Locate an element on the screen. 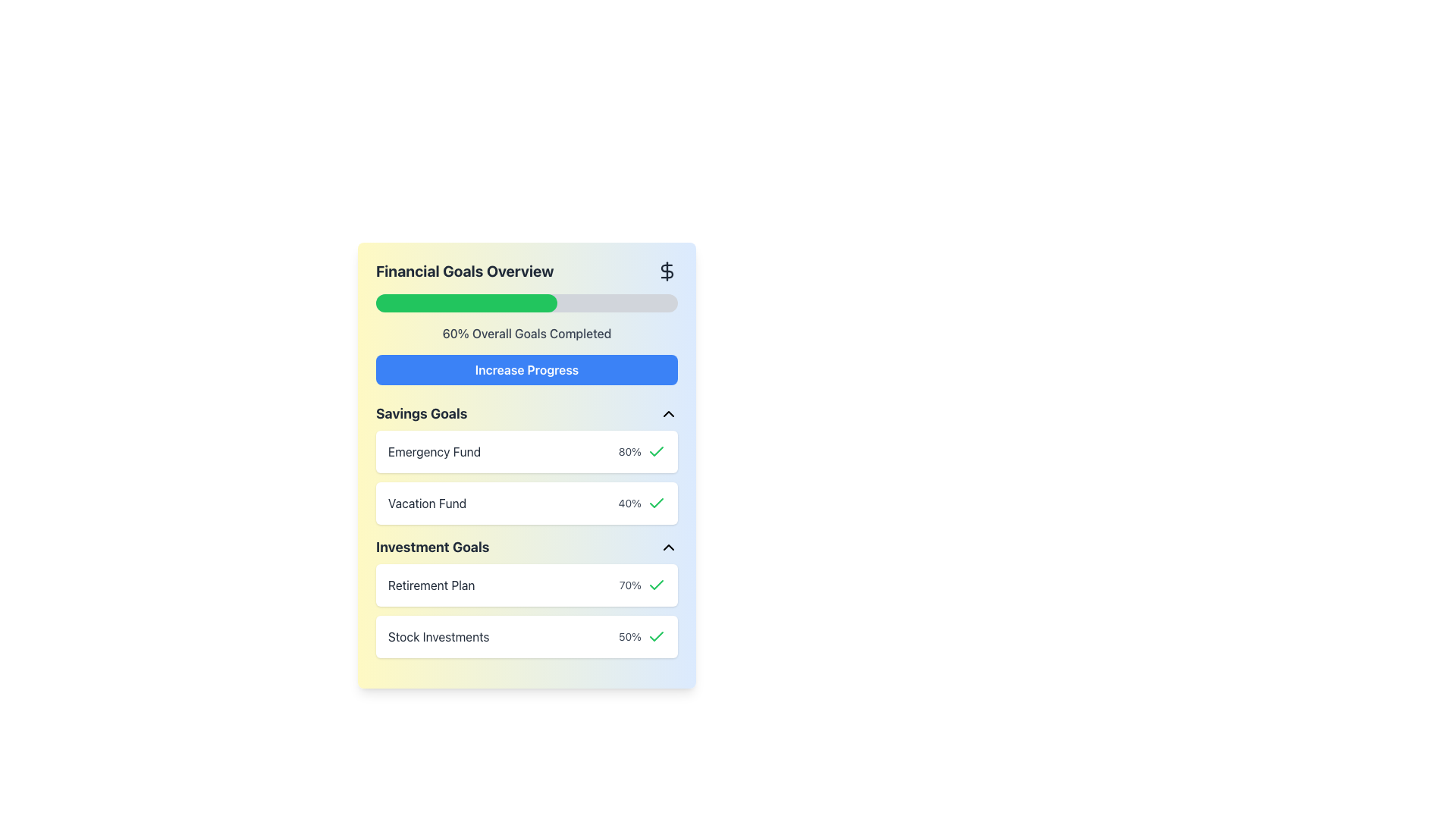 This screenshot has height=819, width=1456. the 'Emergency Fund' text label located in the 'Savings Goals' section, which is styled in dark gray and positioned on the left side of a list item with a percentage indicator and a green checkmark icon is located at coordinates (434, 451).